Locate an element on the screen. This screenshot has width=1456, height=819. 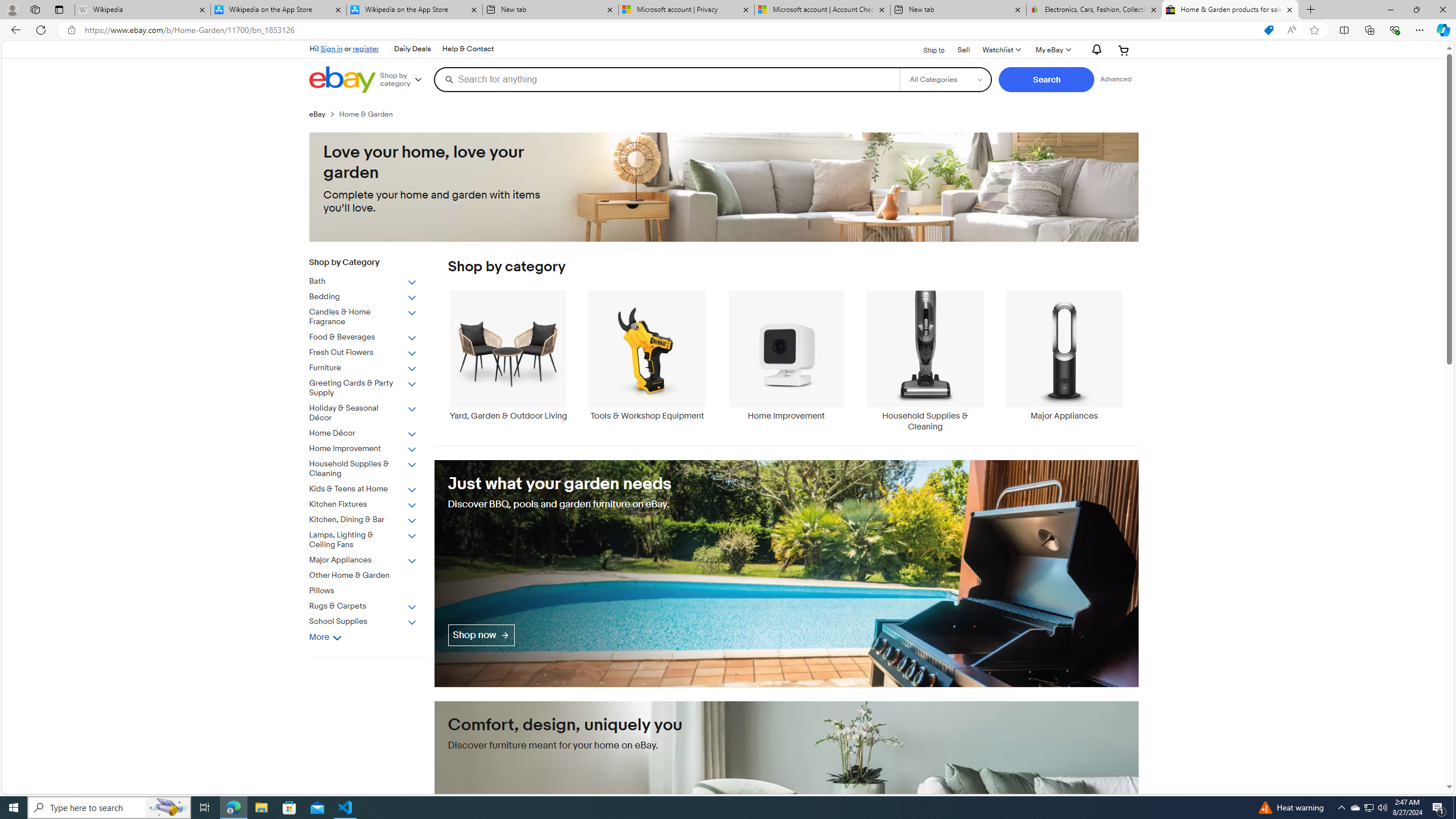
'Just what your garden needs' is located at coordinates (785, 573).